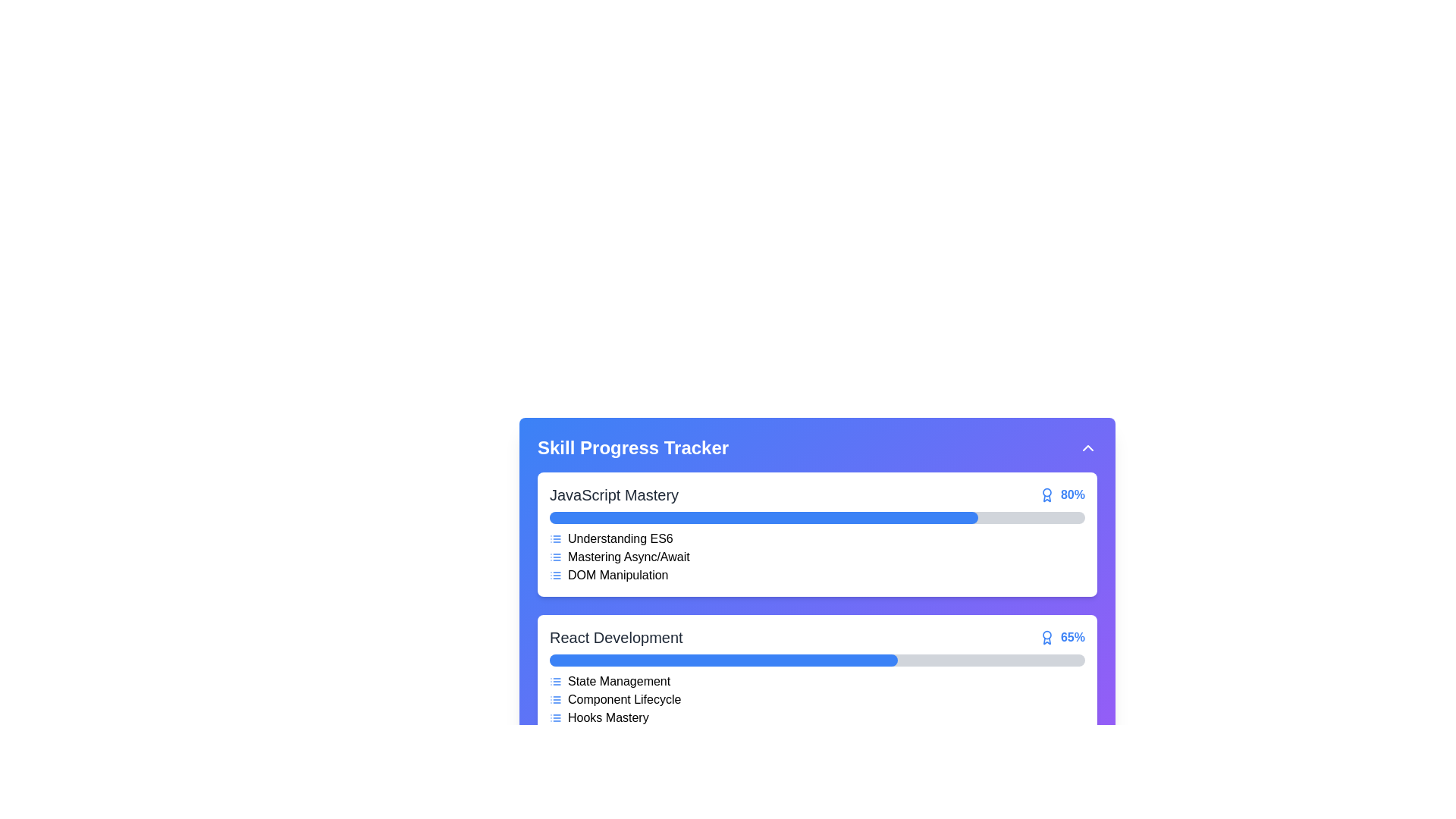 This screenshot has height=819, width=1456. Describe the element at coordinates (1062, 637) in the screenshot. I see `the label displaying '65%' in bold blue font, which is accompanied by an award icon, located at the right end of the 'React Development' progress tracker section` at that location.